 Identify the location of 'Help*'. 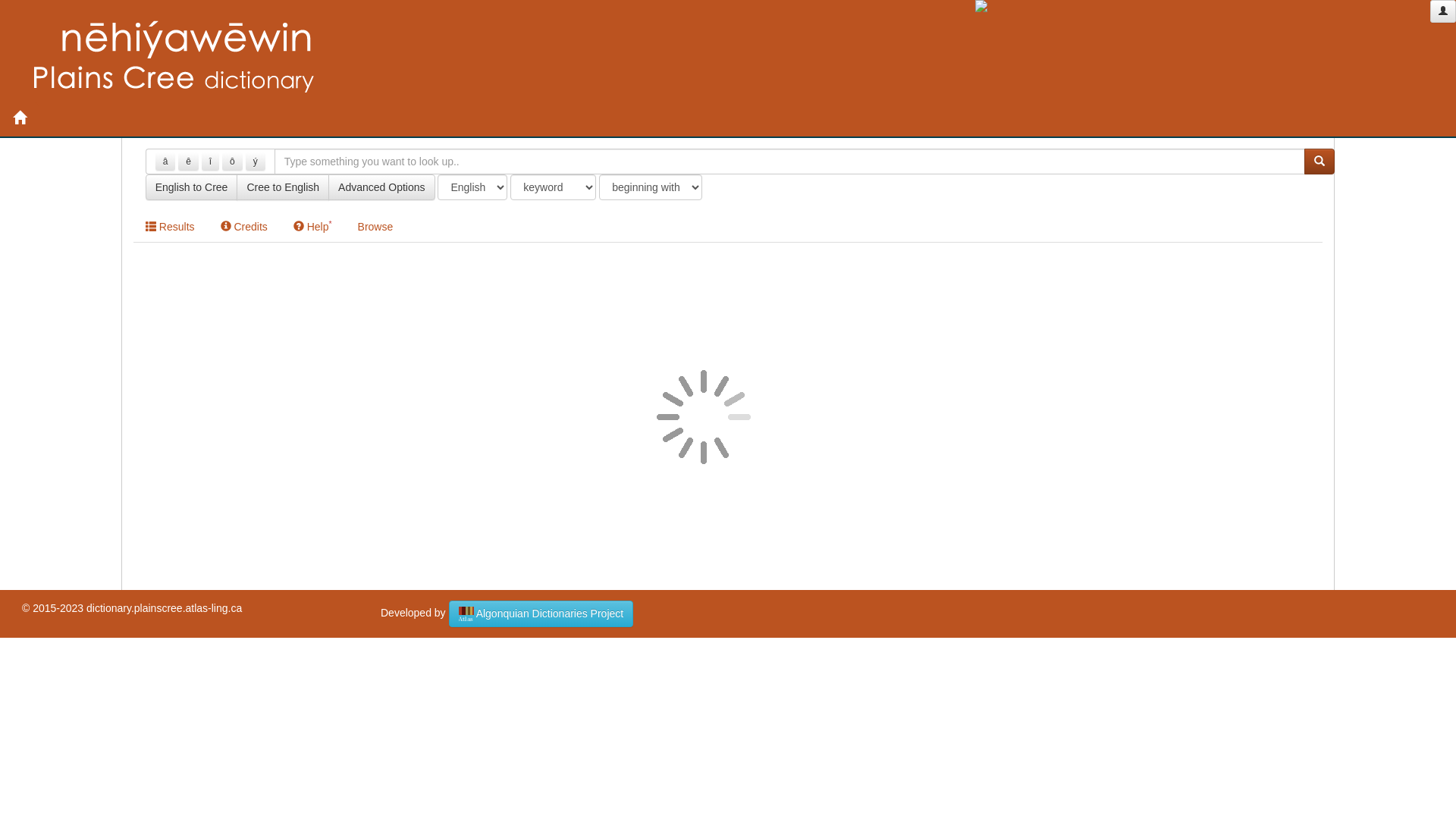
(312, 227).